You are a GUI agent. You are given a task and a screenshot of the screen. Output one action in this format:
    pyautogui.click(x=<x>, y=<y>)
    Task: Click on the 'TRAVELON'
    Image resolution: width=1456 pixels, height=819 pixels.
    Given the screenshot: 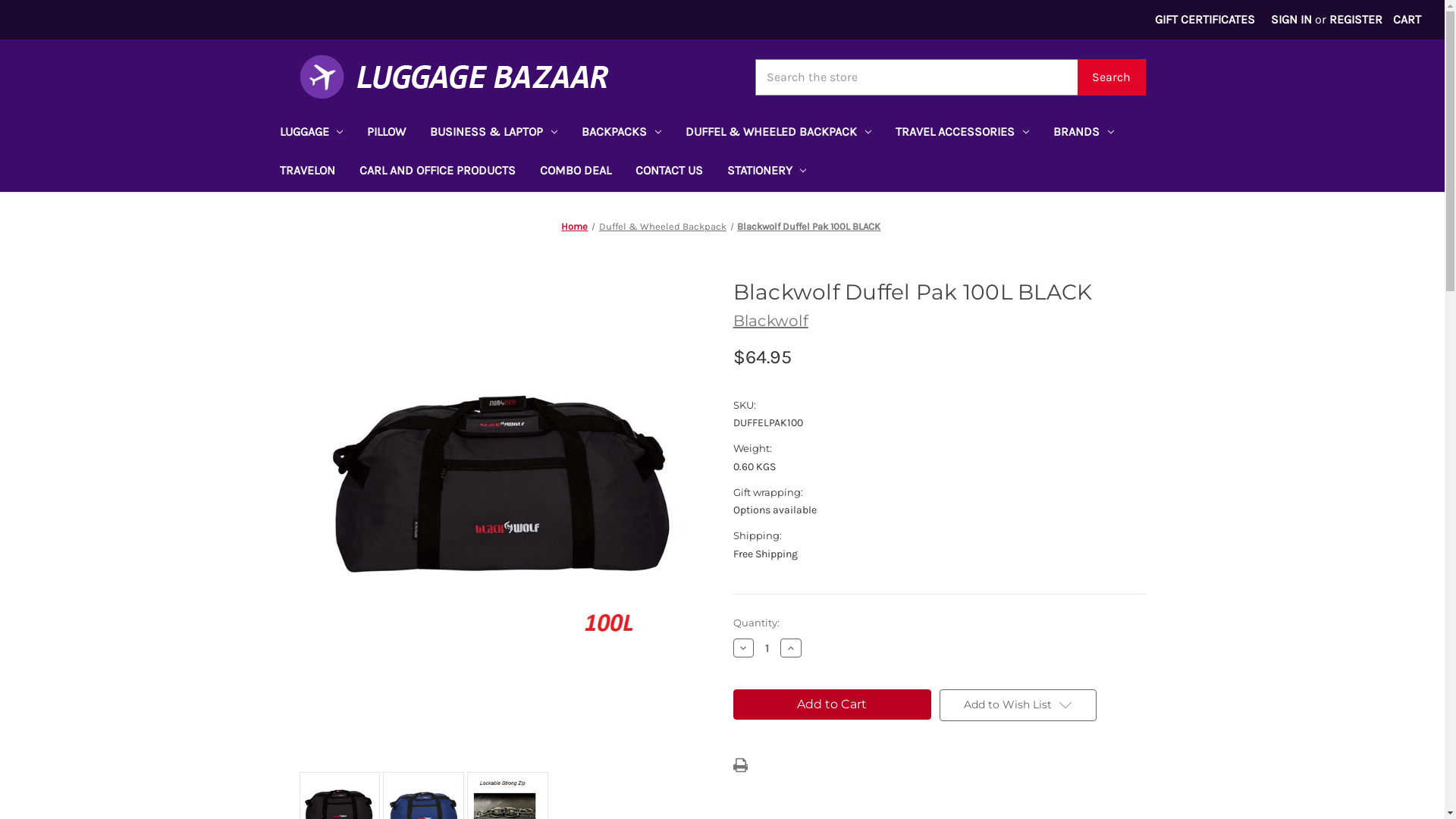 What is the action you would take?
    pyautogui.click(x=306, y=171)
    